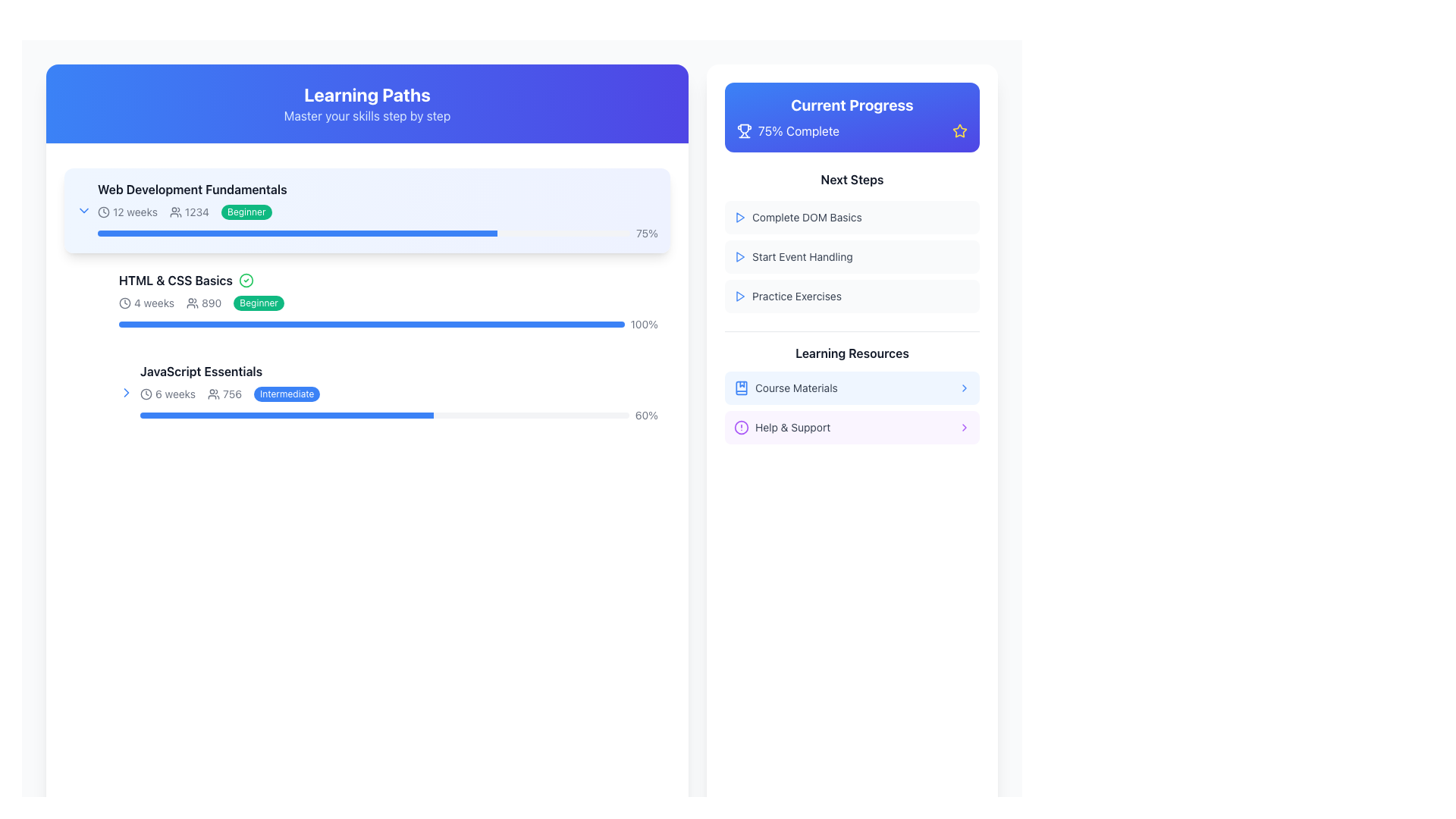  I want to click on the 'Course Materials' Text and Icon Label located in the 'Learning Resources' section under the 'Current Progress' panel, so click(786, 388).